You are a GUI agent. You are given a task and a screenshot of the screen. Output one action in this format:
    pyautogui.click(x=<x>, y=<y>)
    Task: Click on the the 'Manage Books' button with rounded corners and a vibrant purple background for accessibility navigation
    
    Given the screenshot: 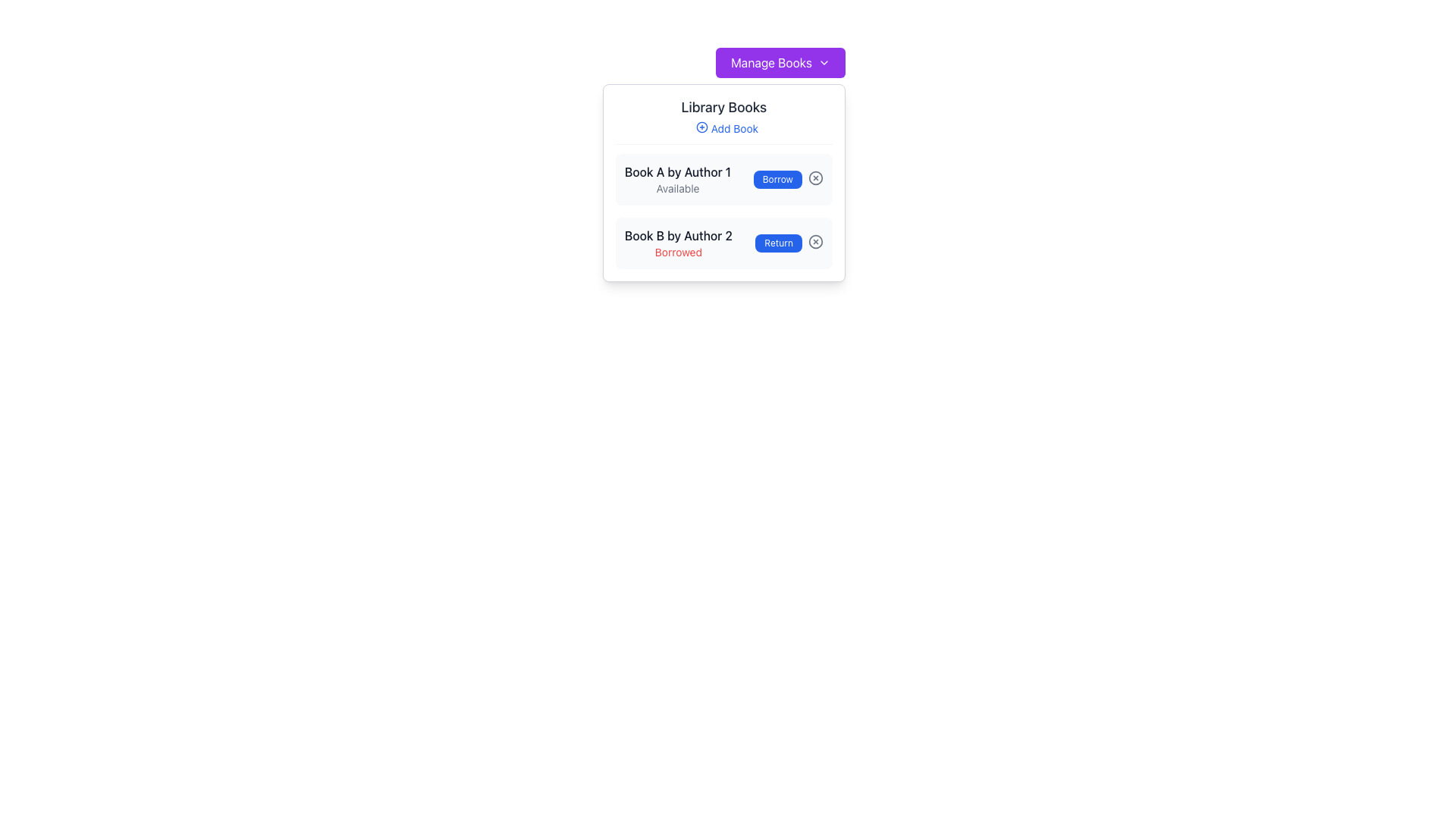 What is the action you would take?
    pyautogui.click(x=780, y=62)
    